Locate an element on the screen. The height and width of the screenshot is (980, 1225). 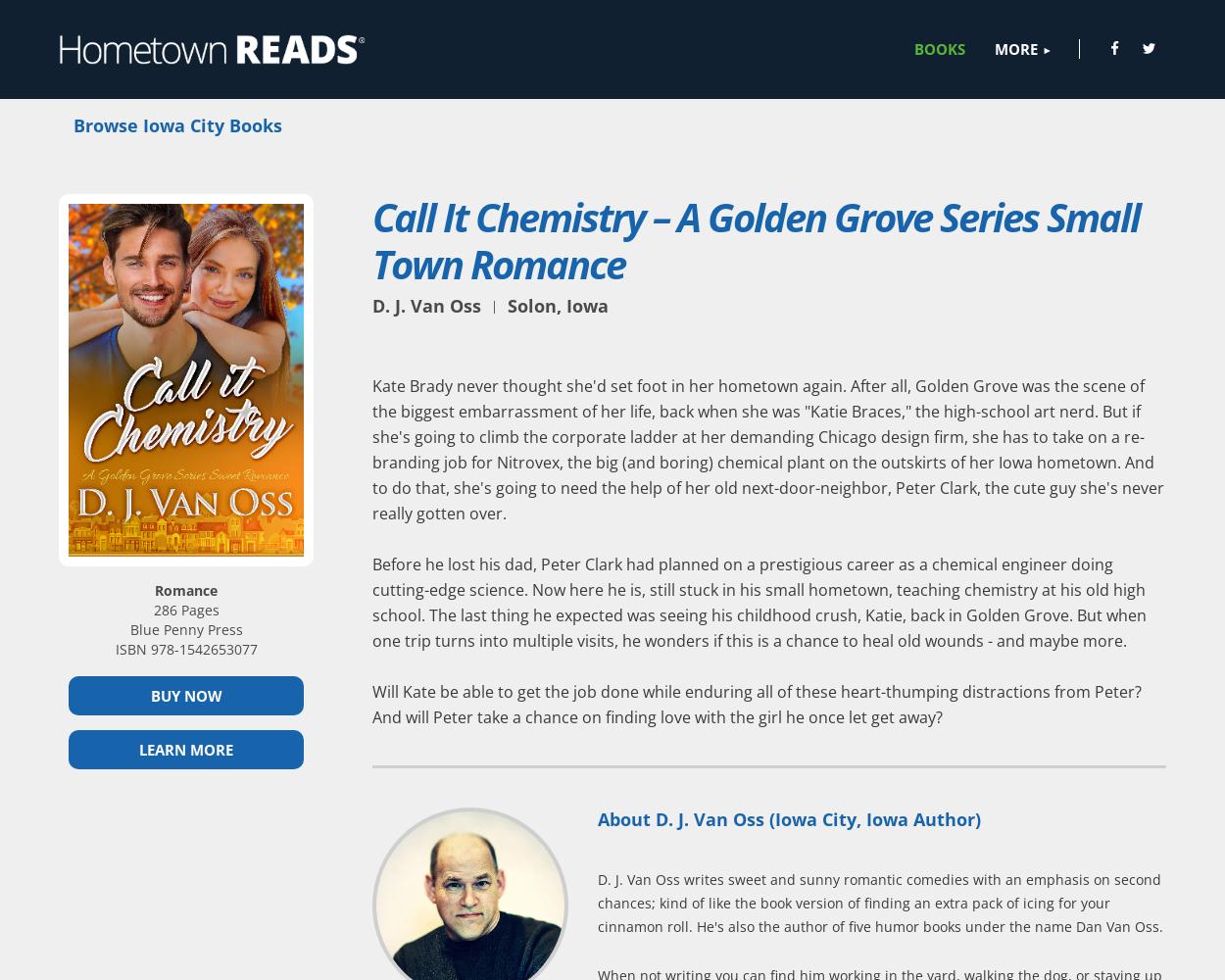
'Call It Chemistry – A Golden Grove Series Small Town Romance' is located at coordinates (756, 238).